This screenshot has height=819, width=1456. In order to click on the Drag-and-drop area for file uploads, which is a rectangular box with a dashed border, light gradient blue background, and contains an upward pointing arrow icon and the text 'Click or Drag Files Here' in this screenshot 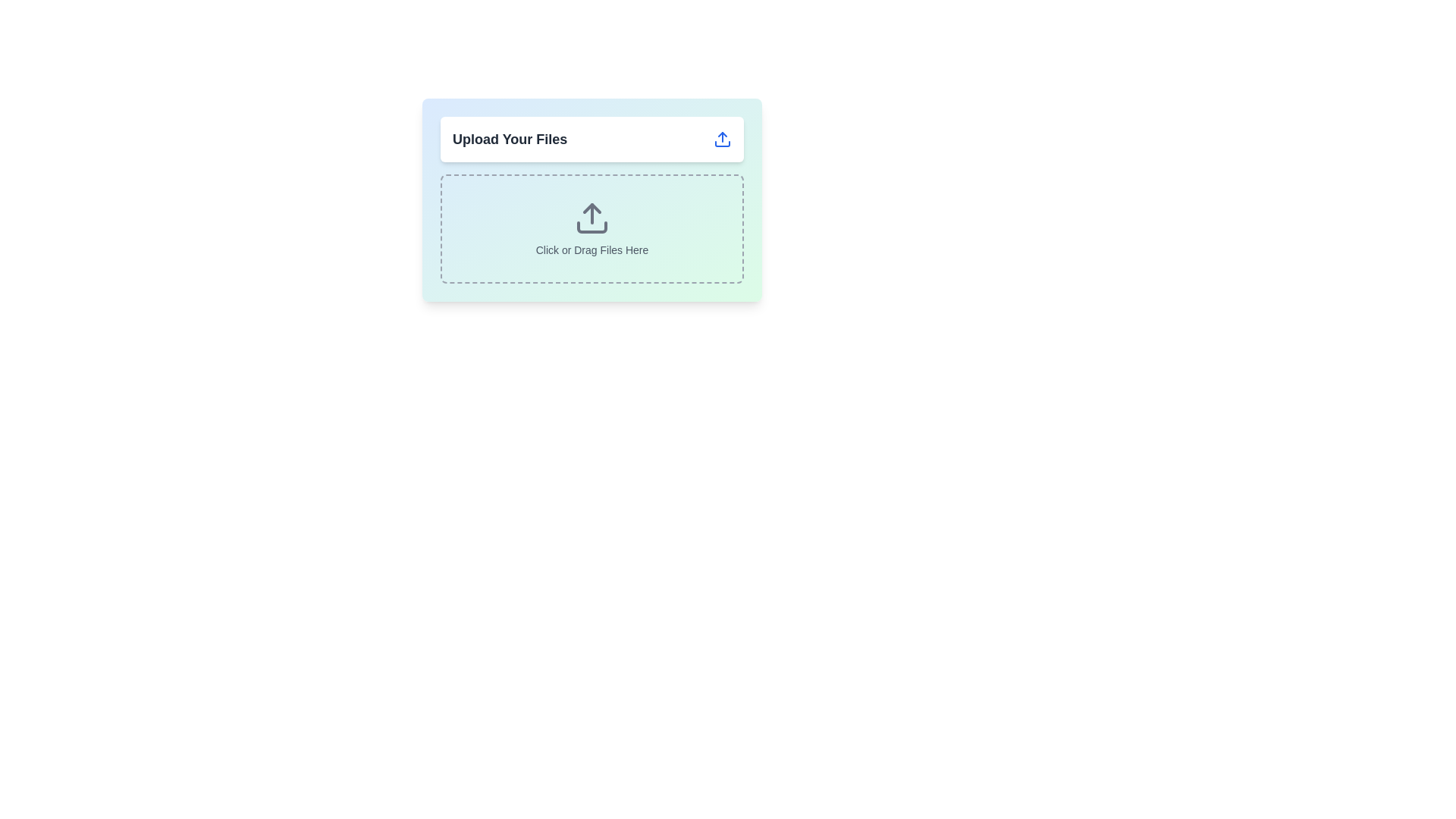, I will do `click(591, 228)`.